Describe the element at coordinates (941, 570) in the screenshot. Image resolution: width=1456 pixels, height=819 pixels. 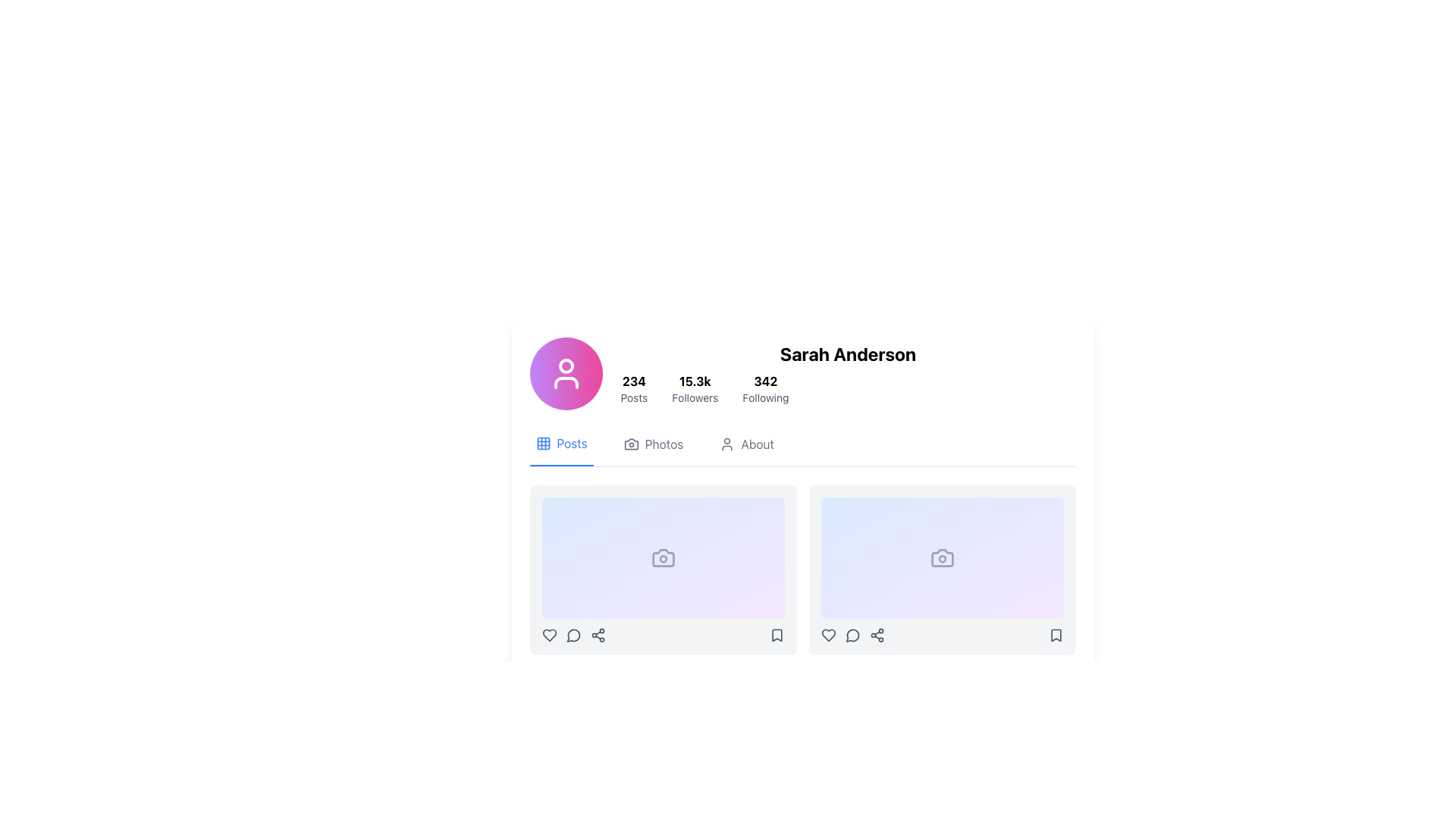
I see `the Image Placeholder Card, which is the second card in a two-column layout on the right` at that location.